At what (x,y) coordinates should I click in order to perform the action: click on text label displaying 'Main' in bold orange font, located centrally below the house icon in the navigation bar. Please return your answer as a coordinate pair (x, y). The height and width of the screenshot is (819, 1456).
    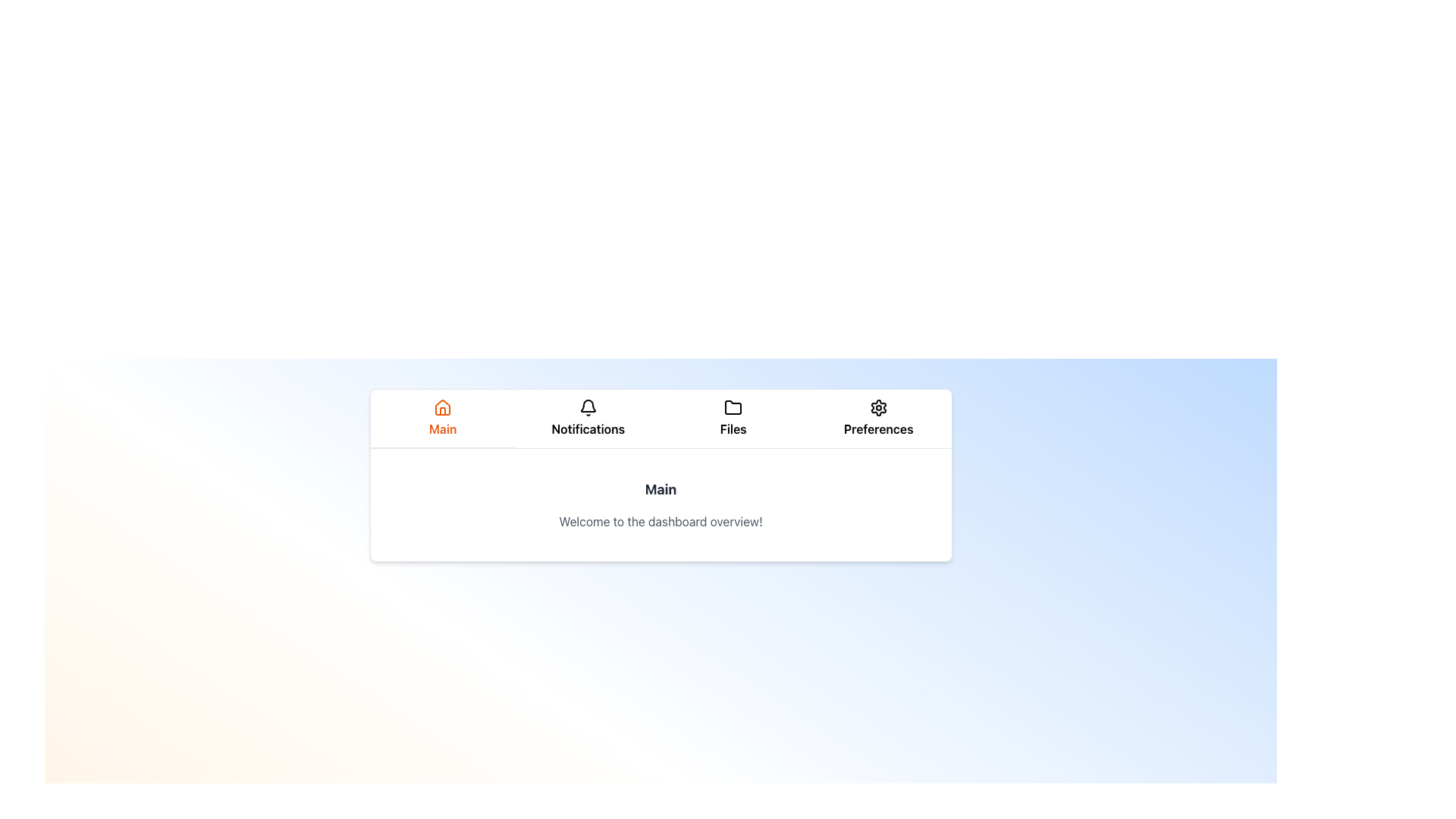
    Looking at the image, I should click on (442, 429).